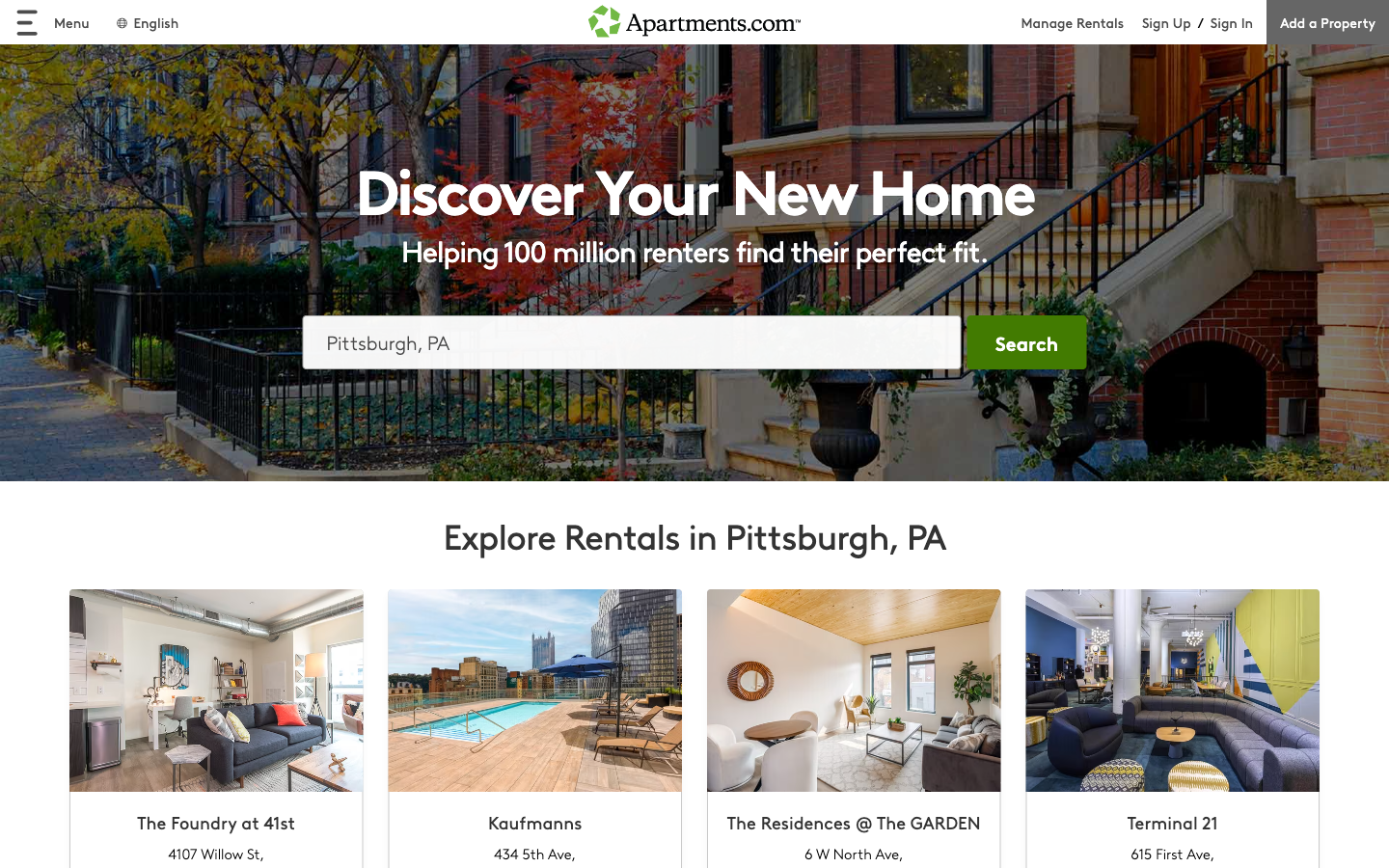 The width and height of the screenshot is (1389, 868). What do you see at coordinates (1080, 21) in the screenshot?
I see `manage rentals` at bounding box center [1080, 21].